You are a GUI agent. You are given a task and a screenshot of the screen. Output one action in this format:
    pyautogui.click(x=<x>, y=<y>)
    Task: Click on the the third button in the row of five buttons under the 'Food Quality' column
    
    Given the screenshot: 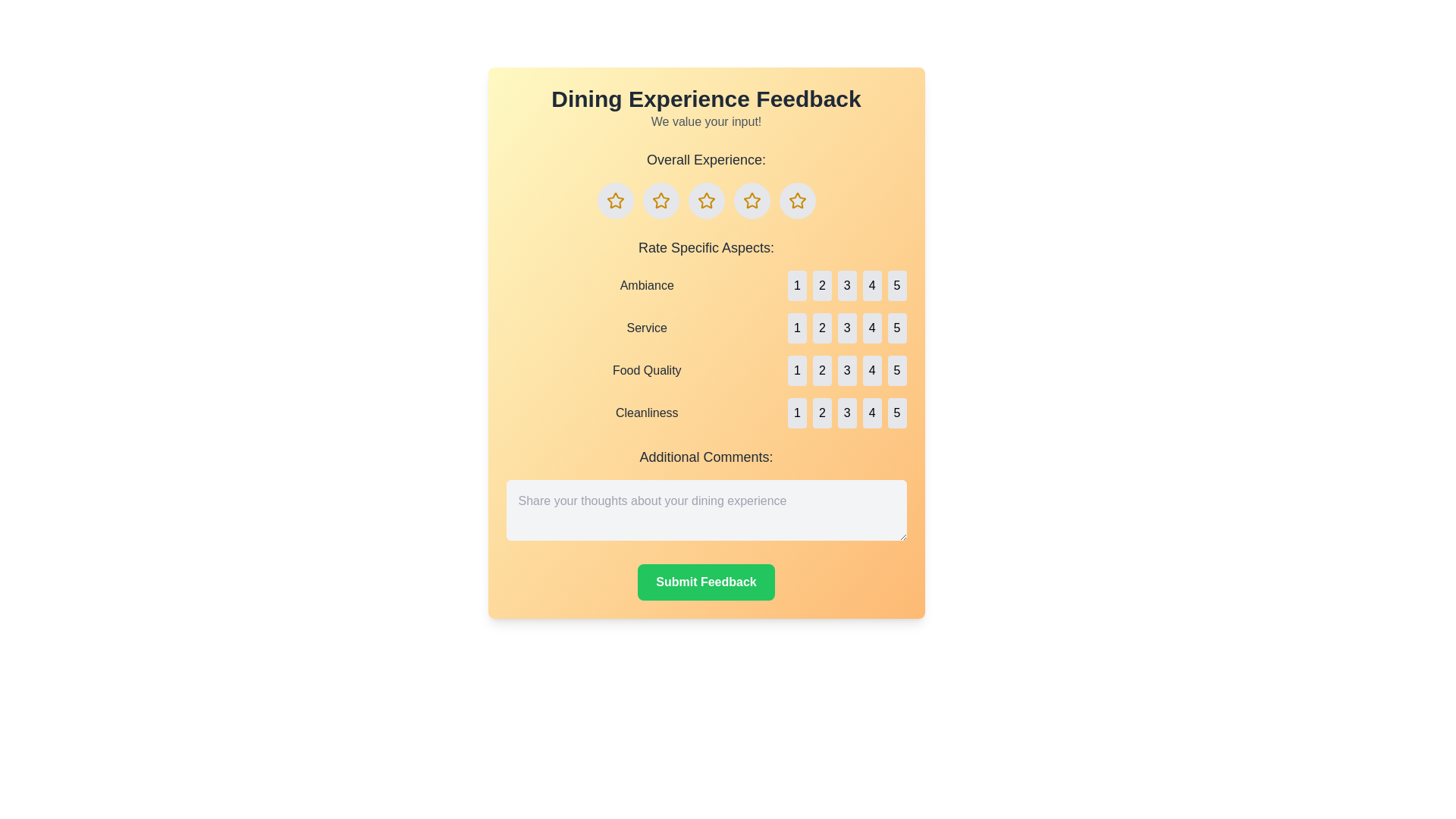 What is the action you would take?
    pyautogui.click(x=846, y=371)
    